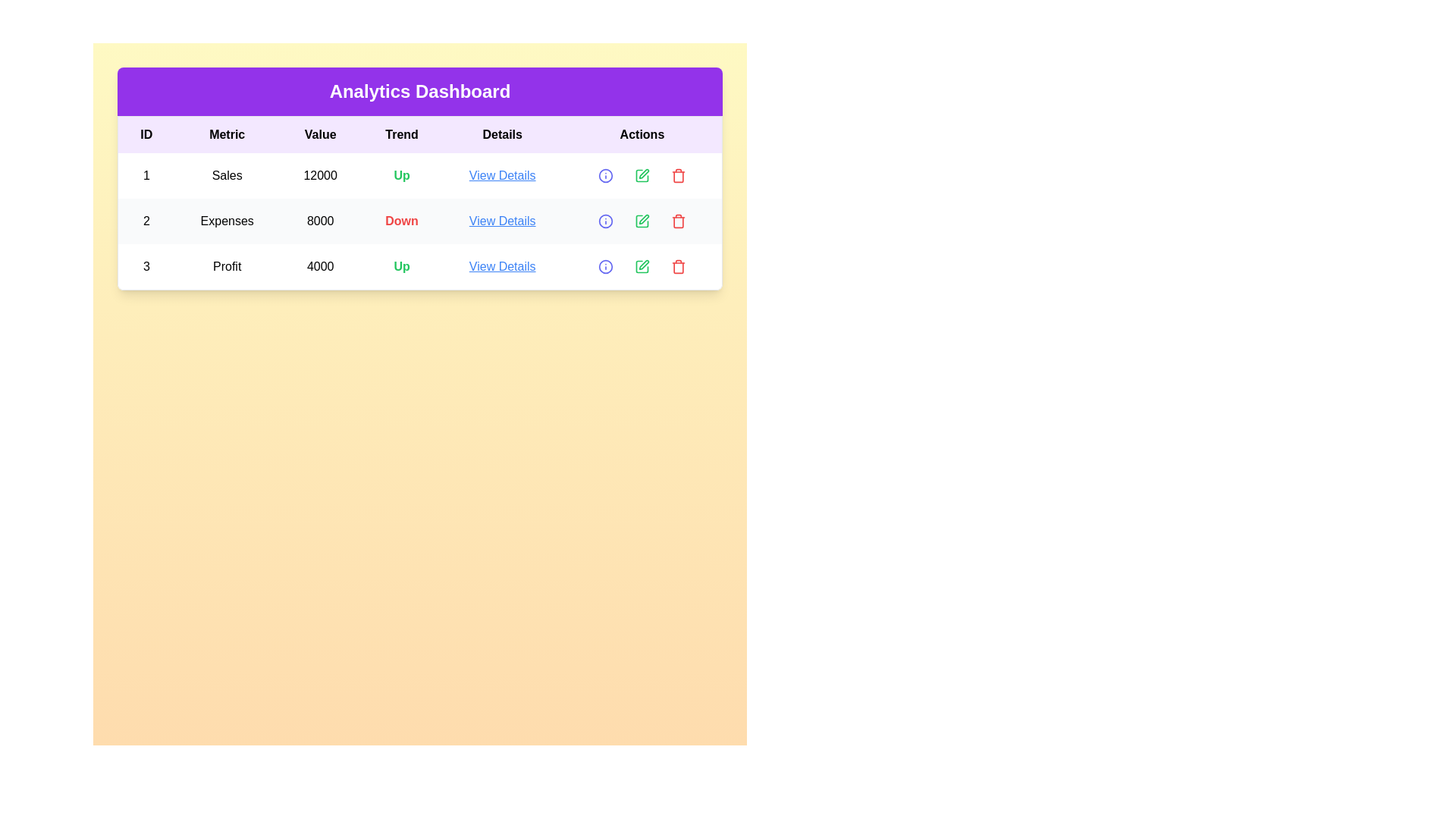 The width and height of the screenshot is (1456, 819). What do you see at coordinates (402, 174) in the screenshot?
I see `bold green text label displaying 'Up' in the 'Trend' column of the first row in the table of the 'Analytics Dashboard'` at bounding box center [402, 174].